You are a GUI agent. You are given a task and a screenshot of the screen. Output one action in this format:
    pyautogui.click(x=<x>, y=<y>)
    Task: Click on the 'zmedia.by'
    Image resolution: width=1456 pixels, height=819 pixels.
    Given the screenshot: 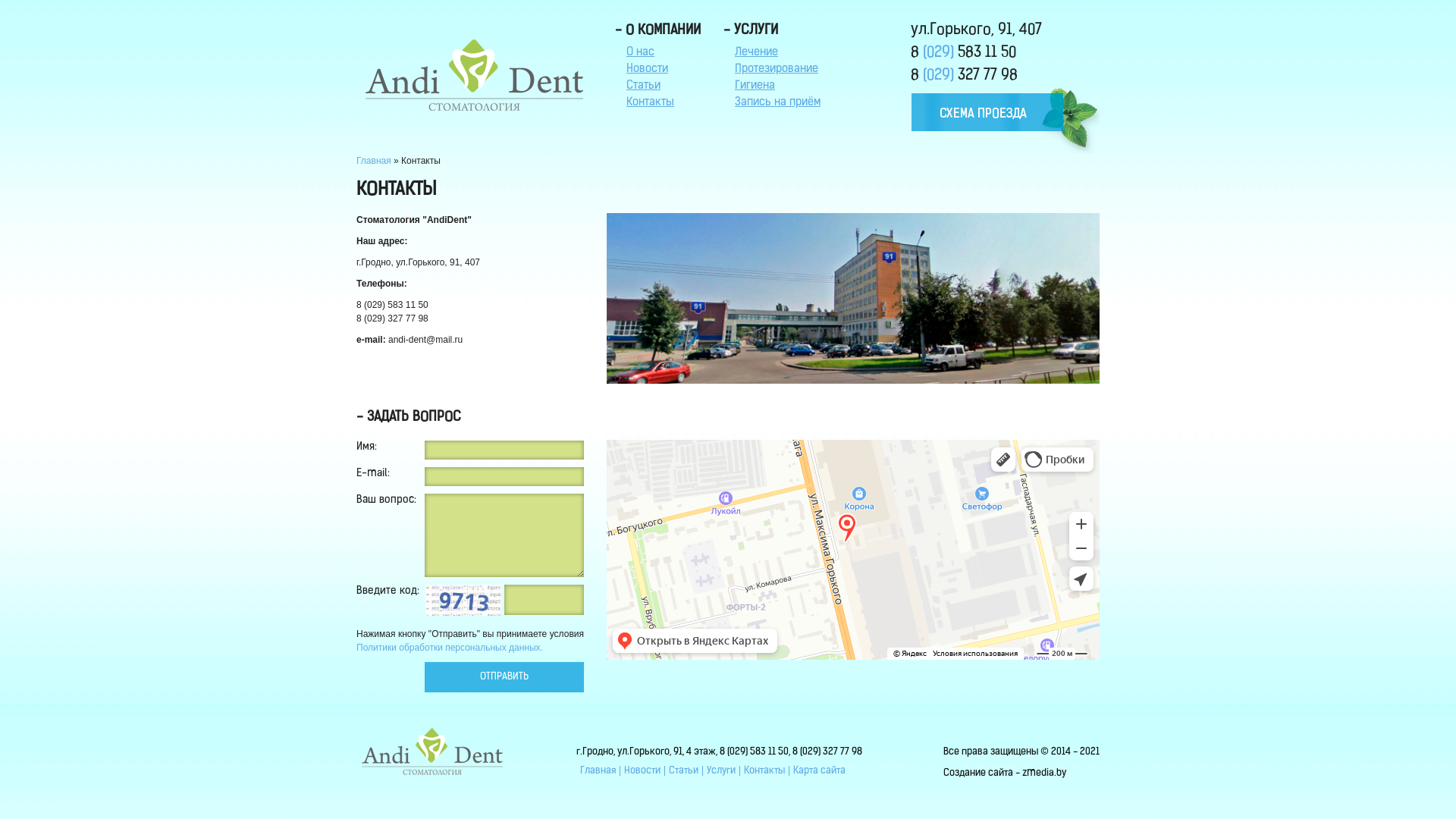 What is the action you would take?
    pyautogui.click(x=1043, y=773)
    